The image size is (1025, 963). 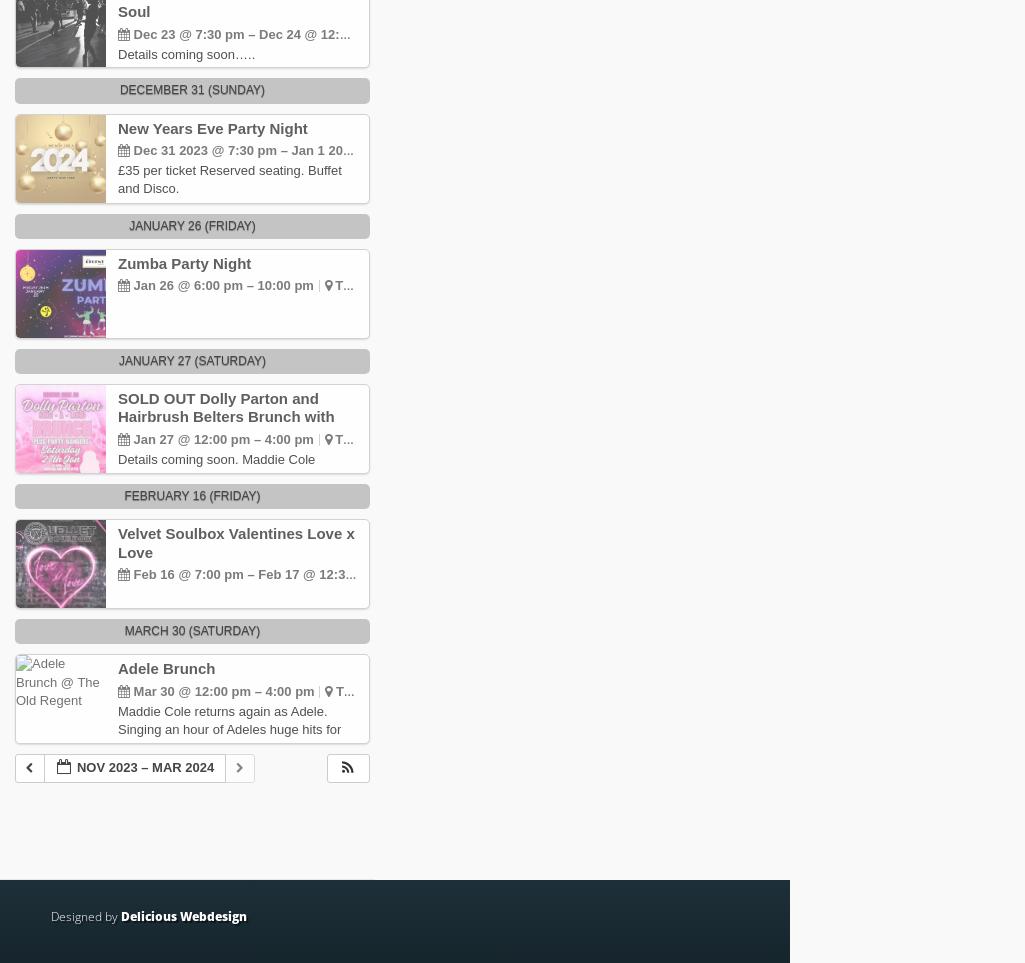 I want to click on 'Dec 23 @ 7:30 pm – Dec 24 @ 12:30 am', so click(x=254, y=32).